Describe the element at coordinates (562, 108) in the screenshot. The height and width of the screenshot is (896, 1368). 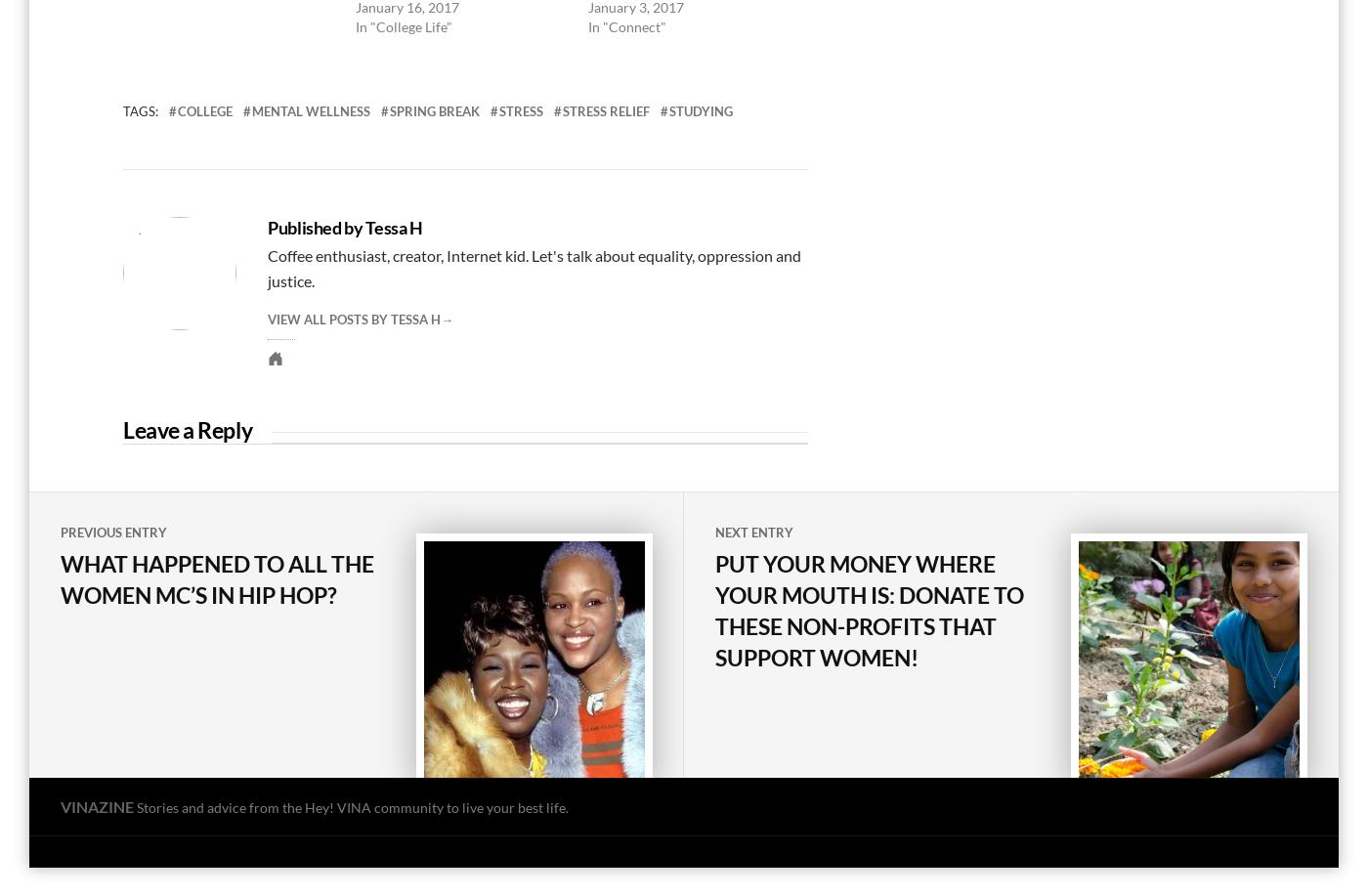
I see `'stress relief'` at that location.